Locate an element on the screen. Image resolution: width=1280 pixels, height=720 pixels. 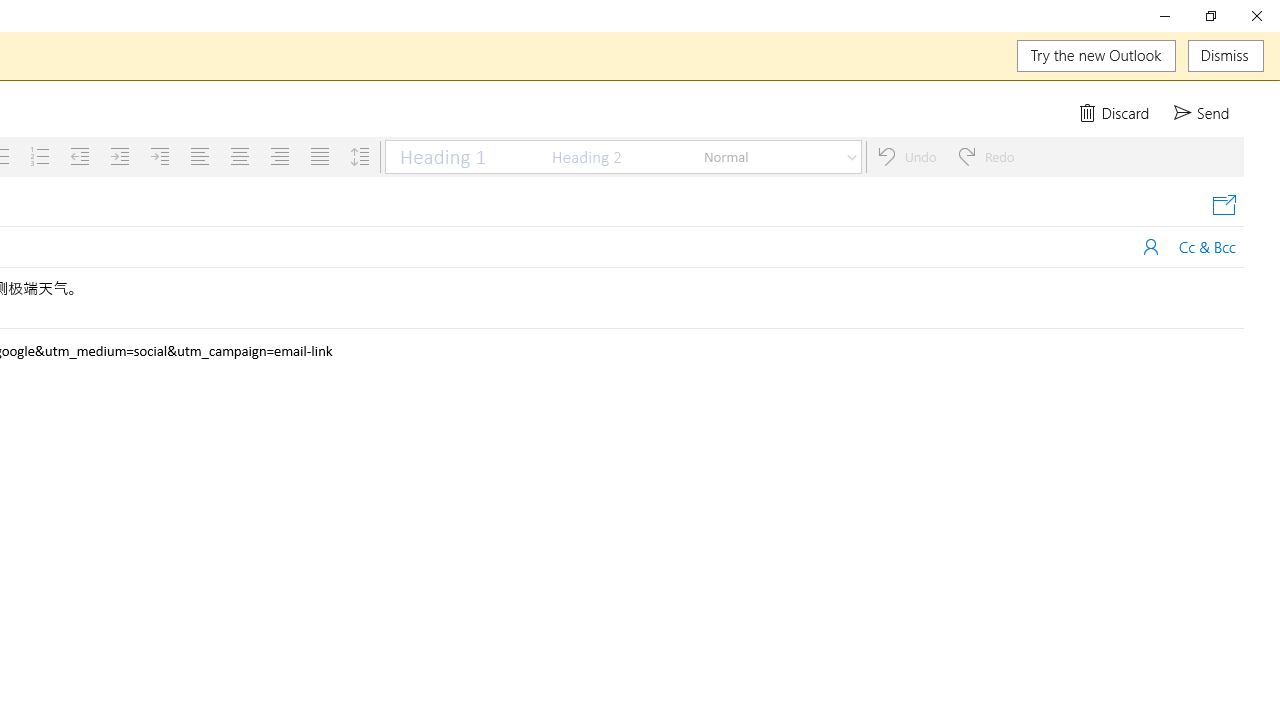
'Open message in a new window' is located at coordinates (1223, 205).